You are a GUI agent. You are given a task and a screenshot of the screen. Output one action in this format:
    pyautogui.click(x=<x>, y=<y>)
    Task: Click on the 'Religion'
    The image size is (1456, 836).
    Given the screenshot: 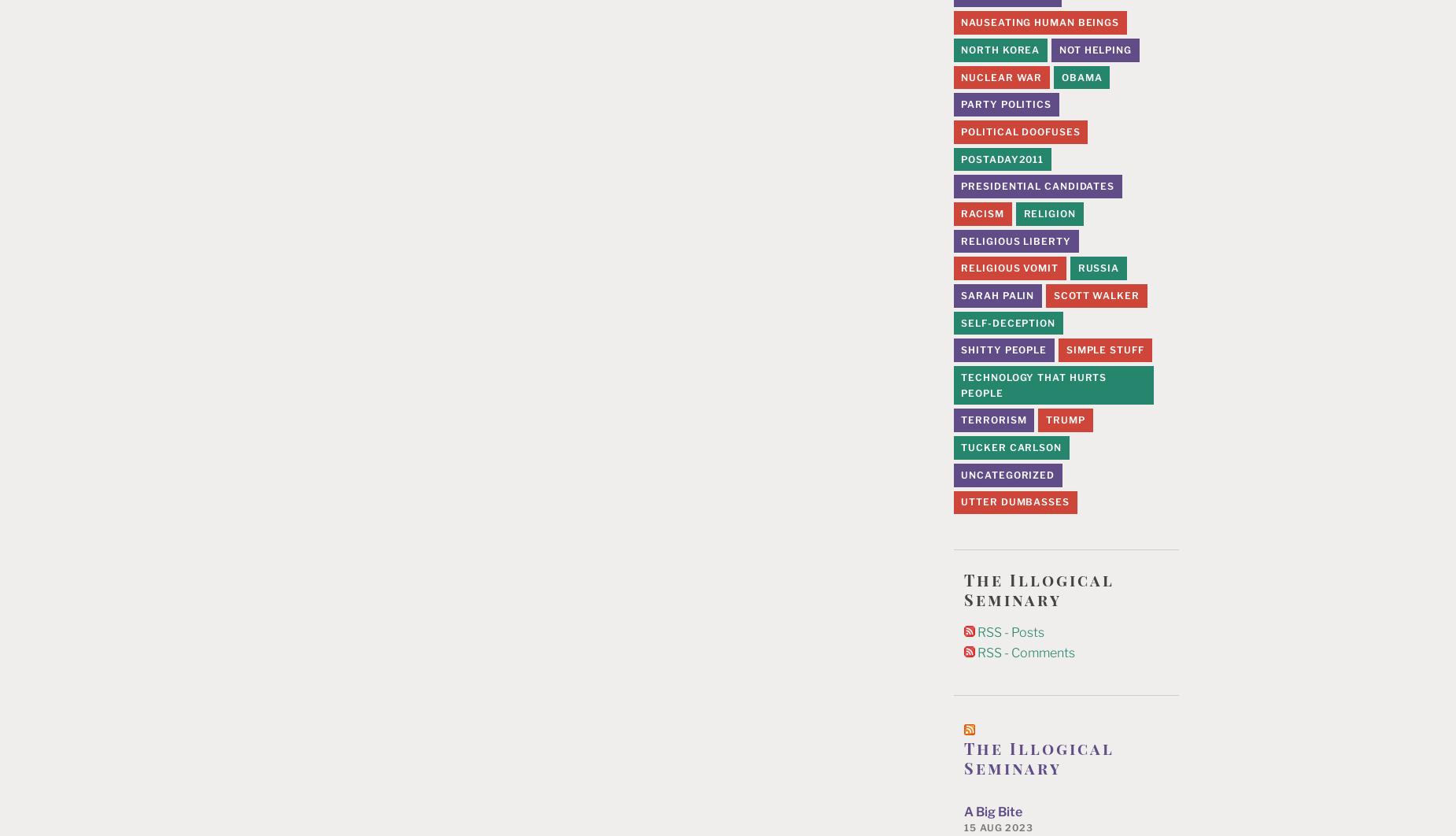 What is the action you would take?
    pyautogui.click(x=1048, y=212)
    